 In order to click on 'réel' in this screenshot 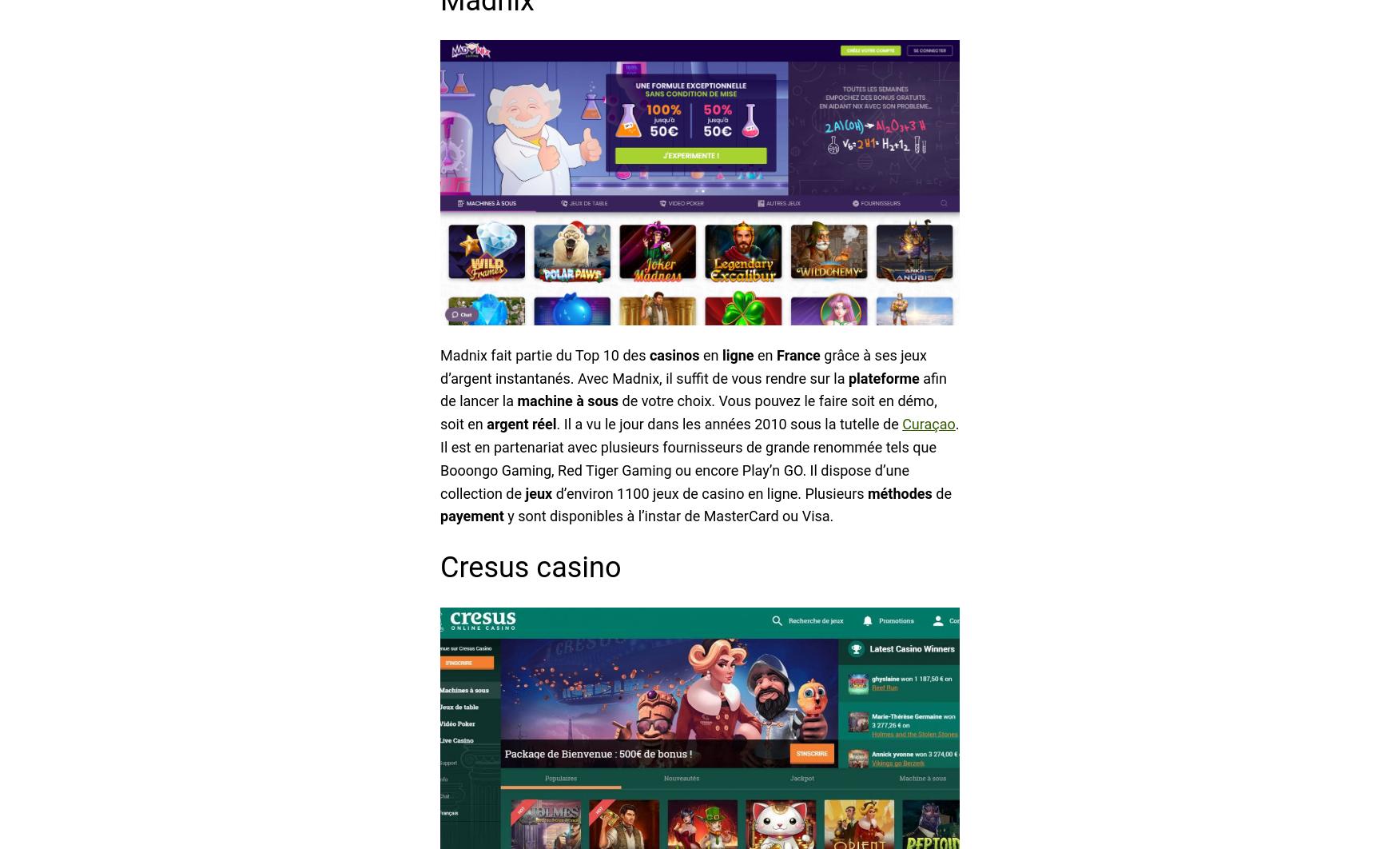, I will do `click(543, 423)`.